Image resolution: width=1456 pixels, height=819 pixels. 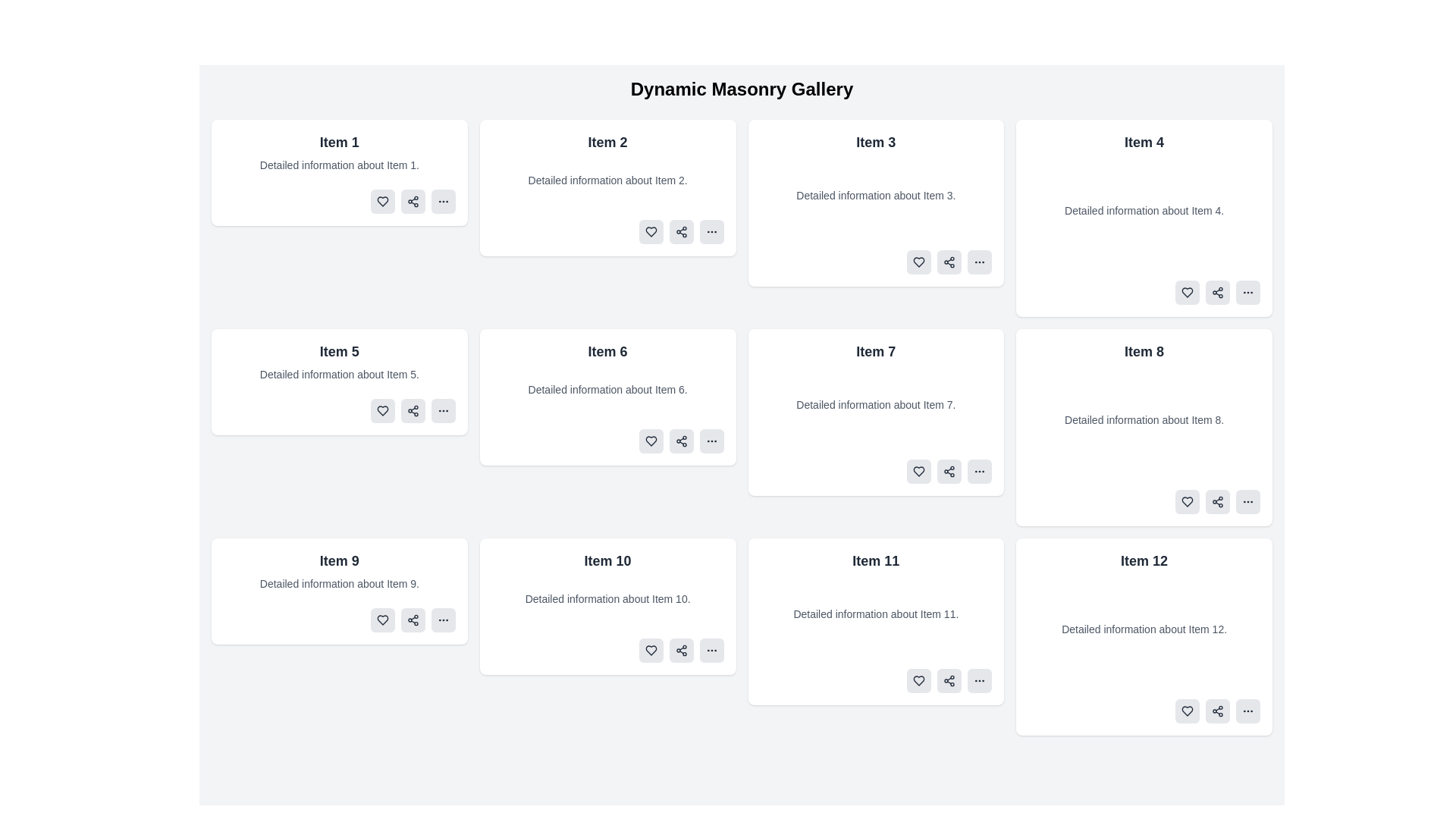 I want to click on the share icon located in the centered-rightmost position among the three interactive icons inside the 'Item 3' card to share the associated content, so click(x=949, y=262).